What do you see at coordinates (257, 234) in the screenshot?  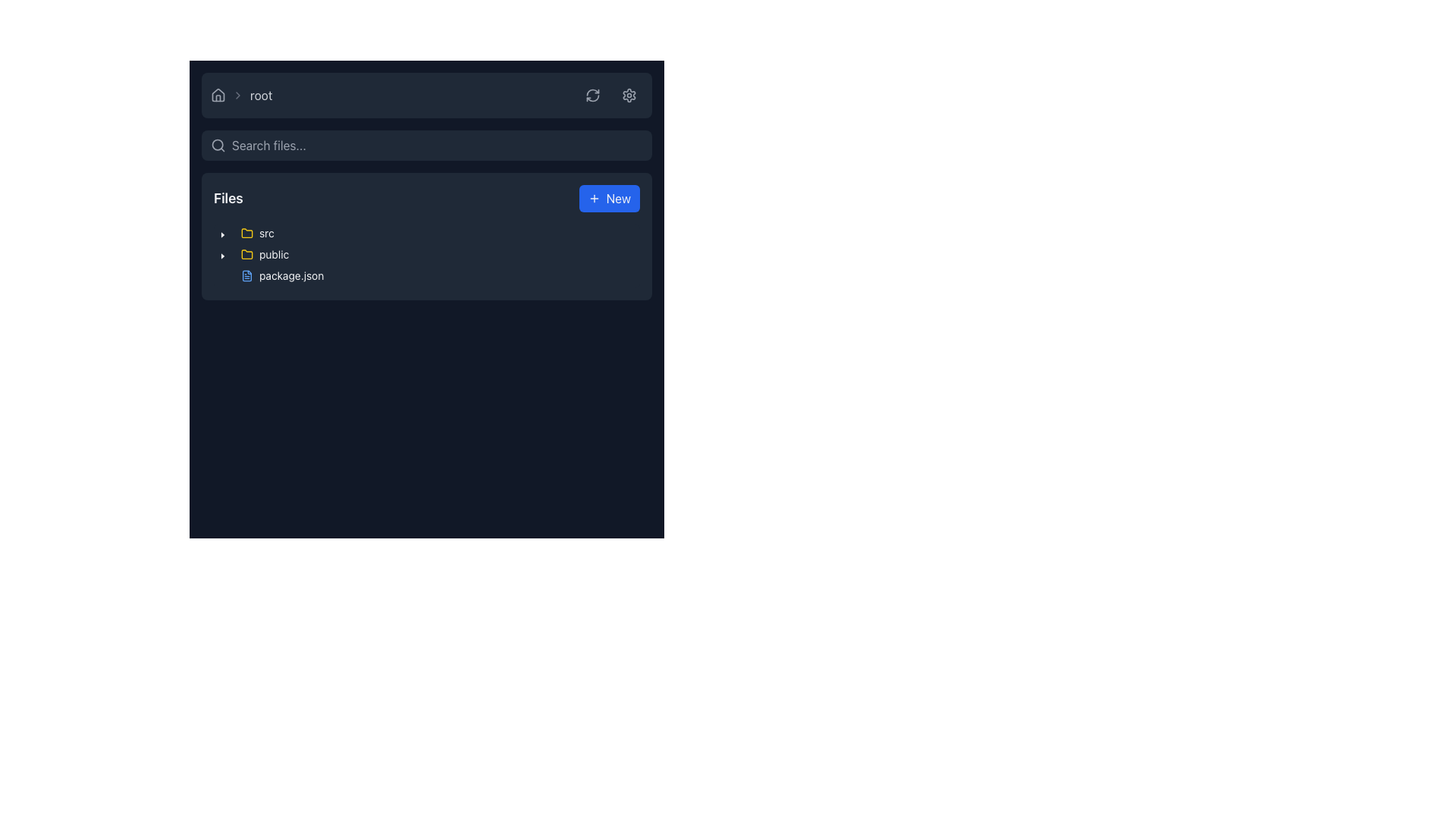 I see `the folder entry named 'src' in the file tree structure` at bounding box center [257, 234].